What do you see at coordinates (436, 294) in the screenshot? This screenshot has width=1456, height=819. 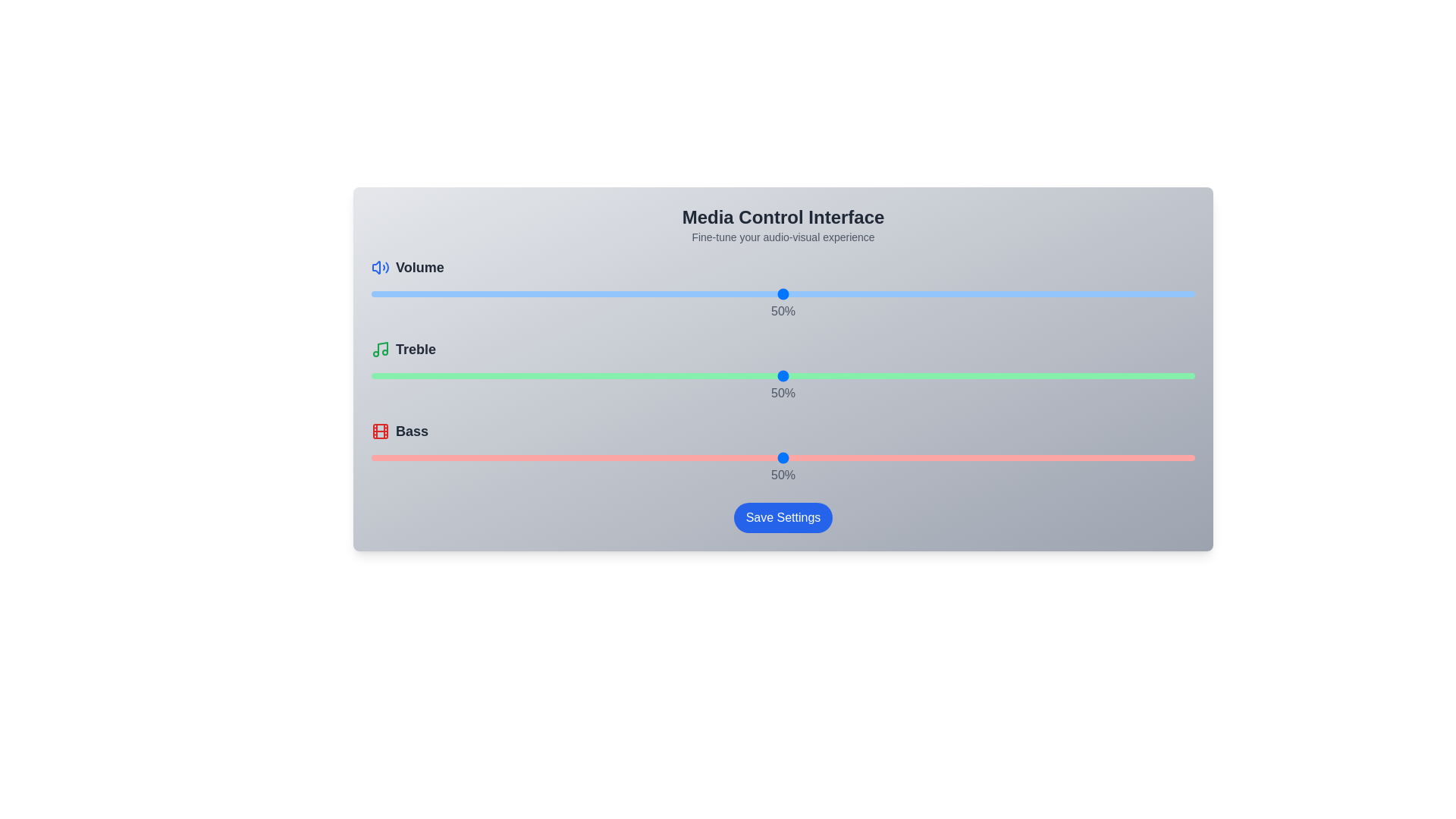 I see `the slider value` at bounding box center [436, 294].